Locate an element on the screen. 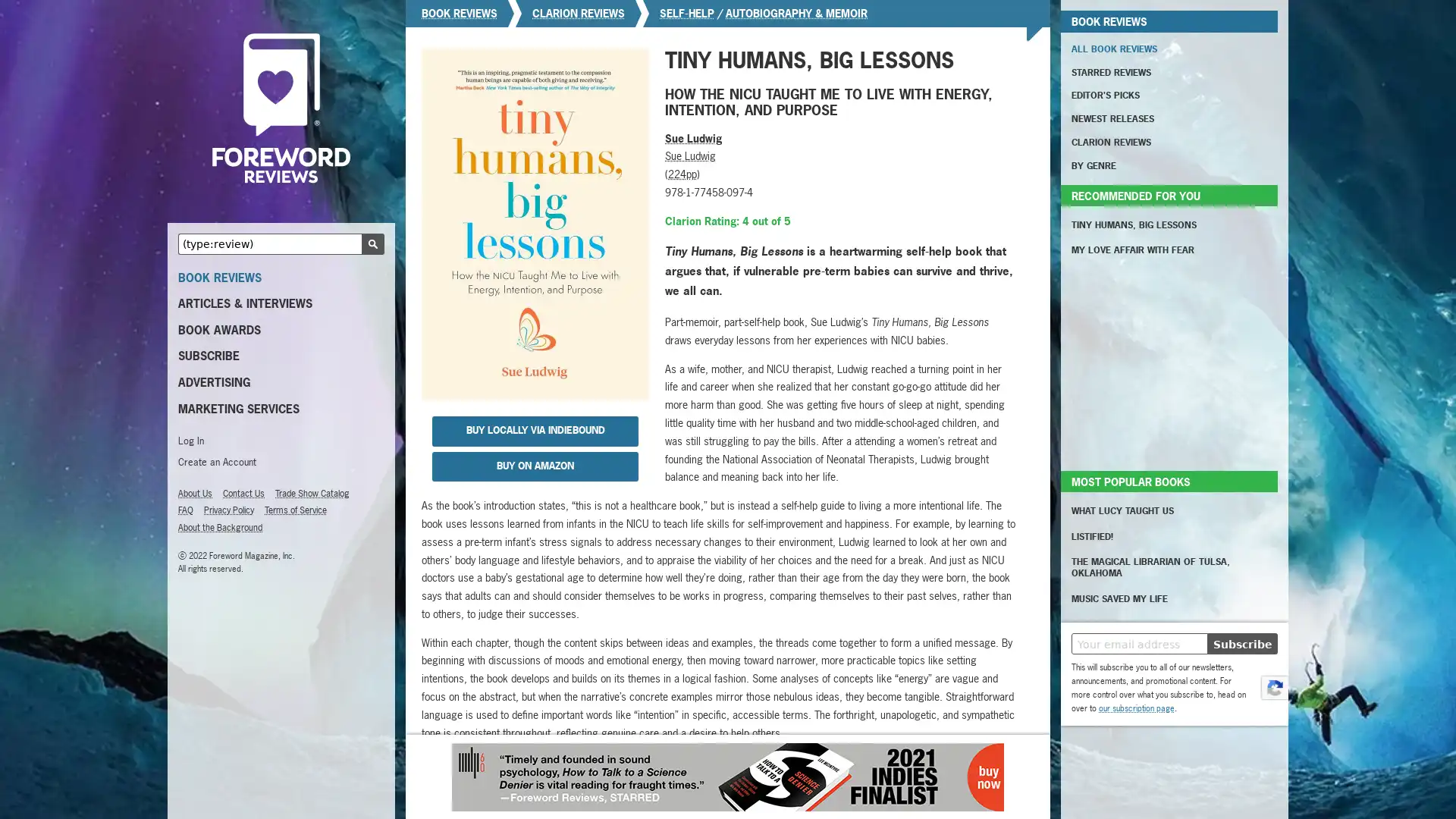  Search is located at coordinates (372, 243).